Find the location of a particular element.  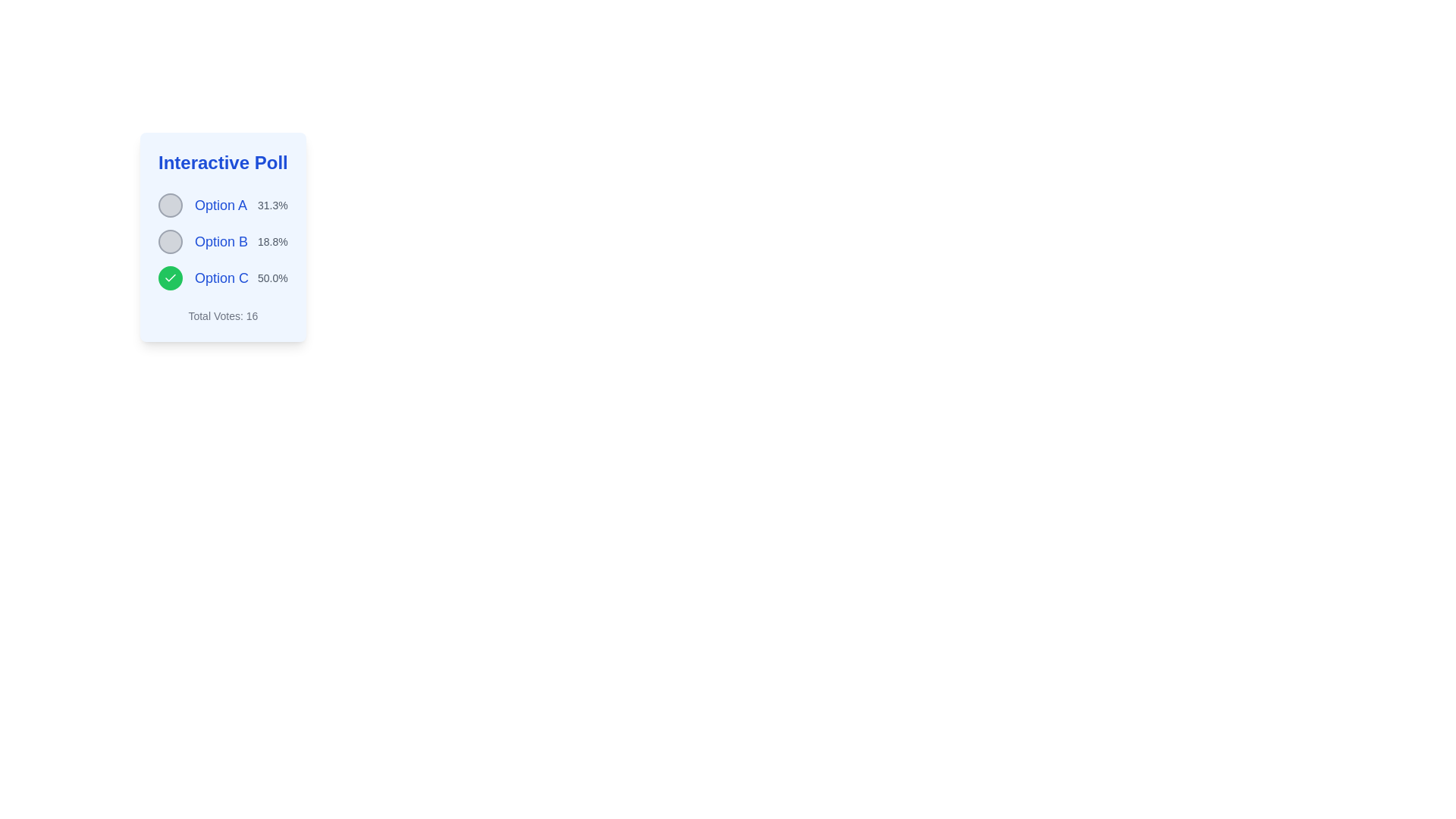

the circular radio button for 'Option A', which has a light gray background and is located to the left of the label text 'Option A' is located at coordinates (202, 205).